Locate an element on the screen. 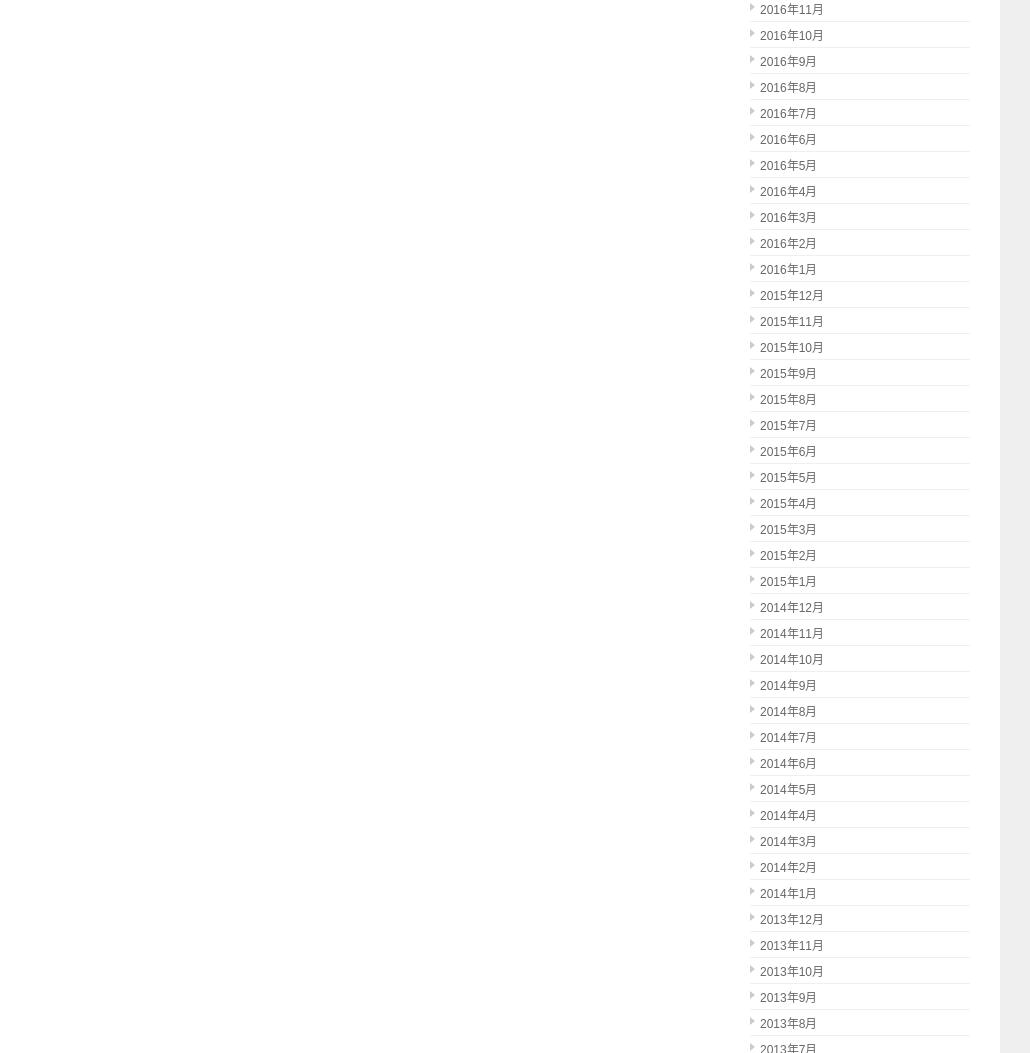 The image size is (1030, 1053). '2016年3月' is located at coordinates (787, 217).